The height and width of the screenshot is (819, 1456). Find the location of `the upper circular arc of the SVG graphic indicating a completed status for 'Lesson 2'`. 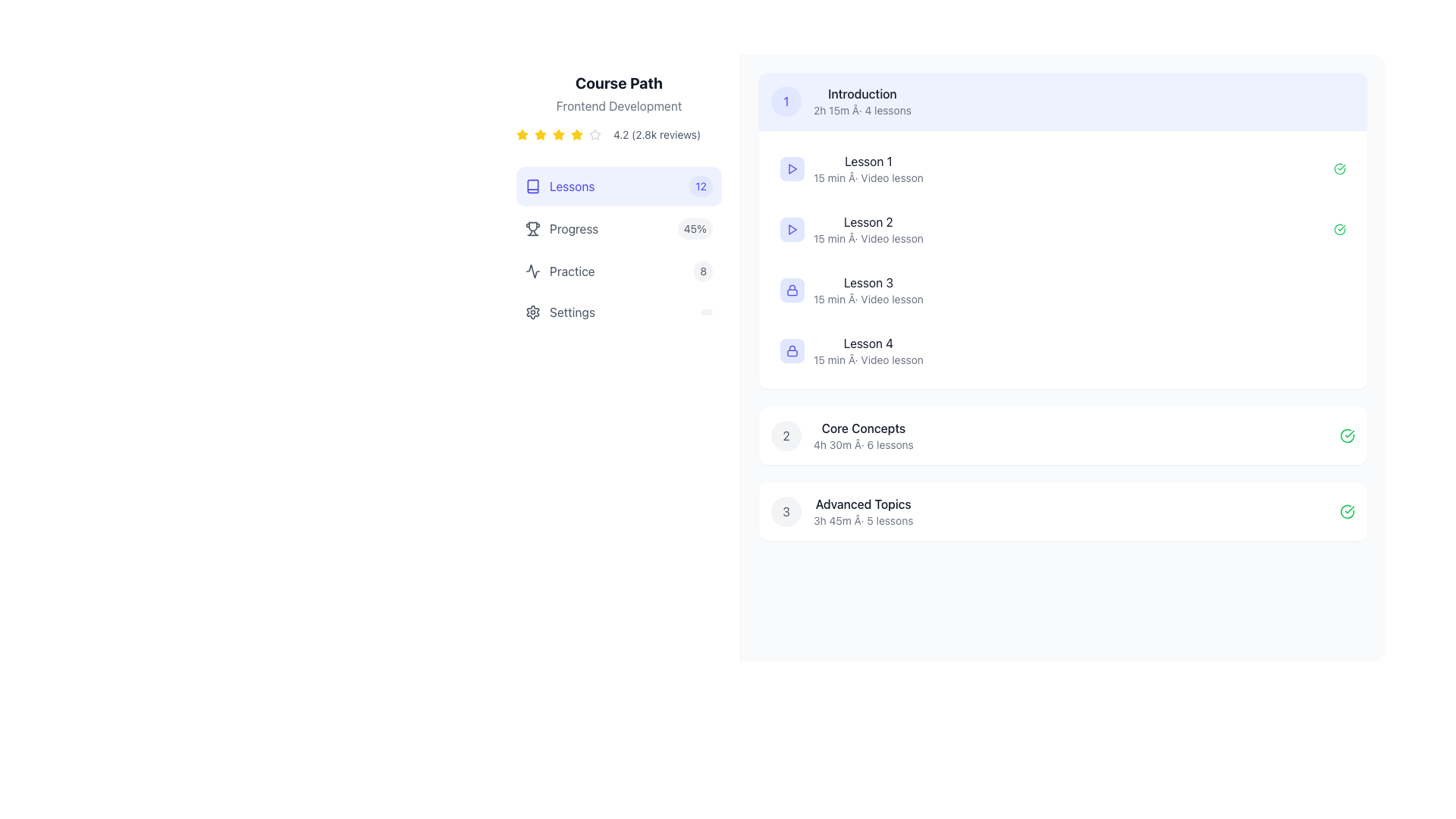

the upper circular arc of the SVG graphic indicating a completed status for 'Lesson 2' is located at coordinates (1339, 169).